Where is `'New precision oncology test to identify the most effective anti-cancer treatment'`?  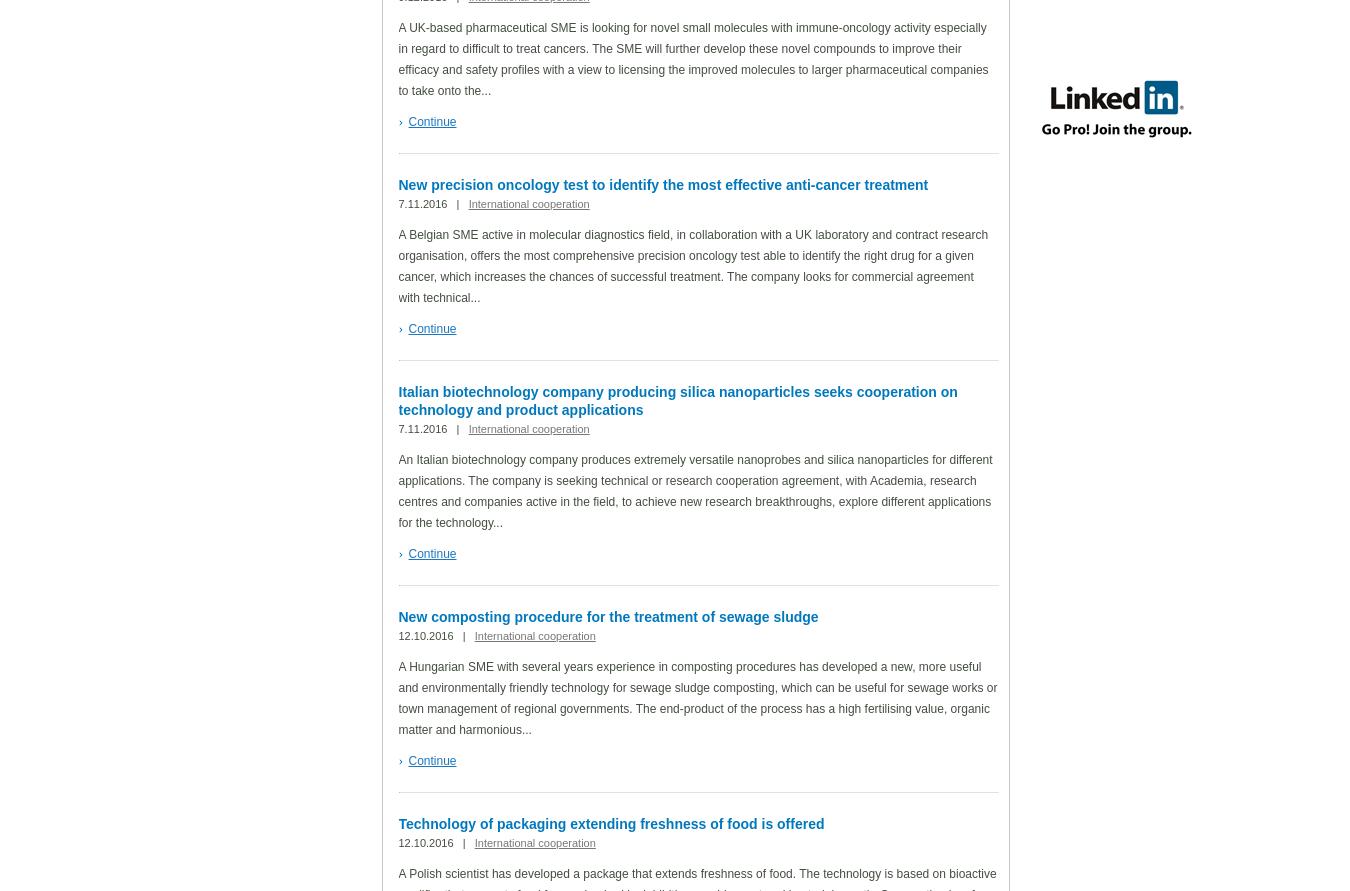
'New precision oncology test to identify the most effective anti-cancer treatment' is located at coordinates (662, 184).